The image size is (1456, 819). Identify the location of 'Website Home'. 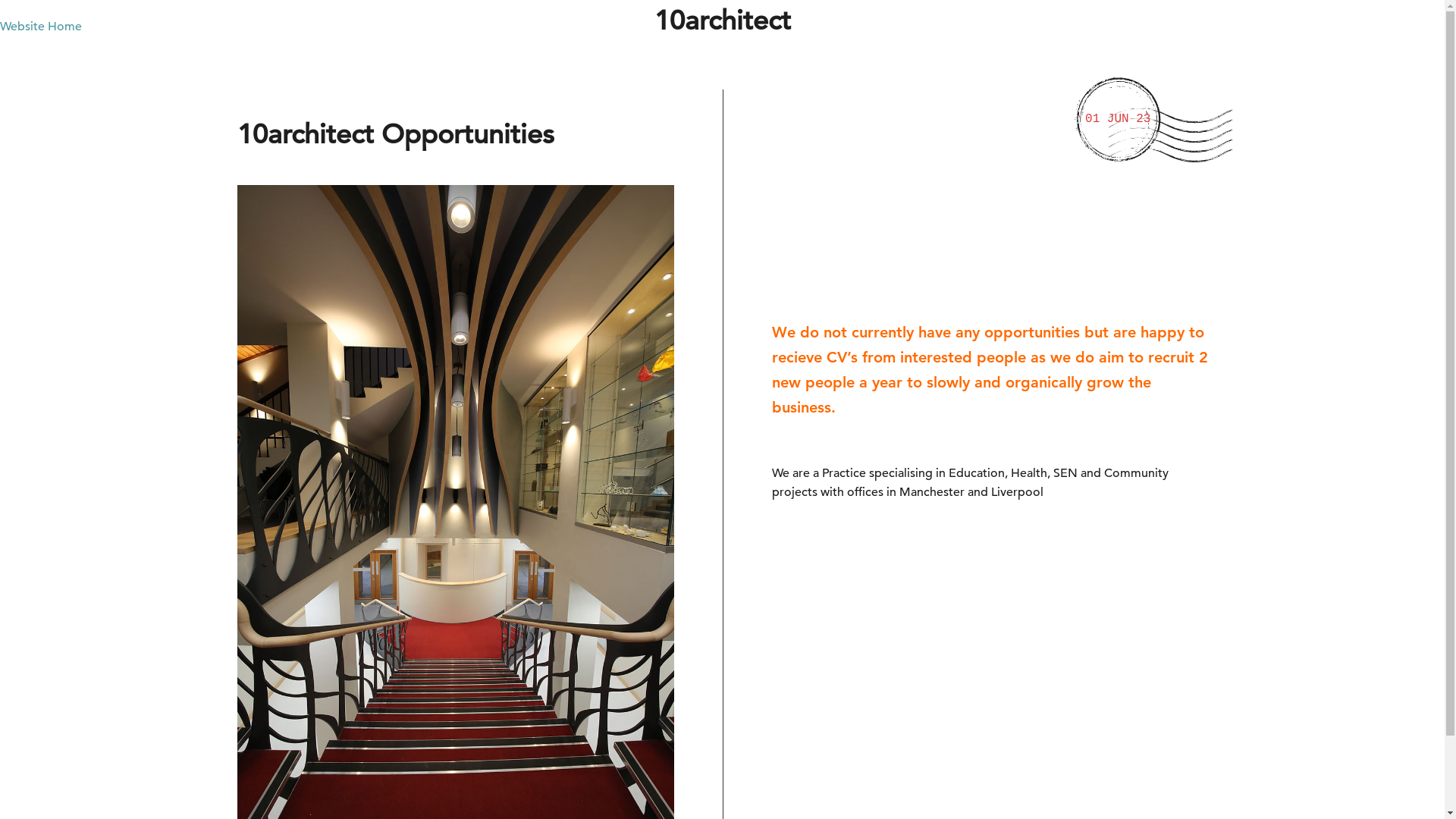
(40, 26).